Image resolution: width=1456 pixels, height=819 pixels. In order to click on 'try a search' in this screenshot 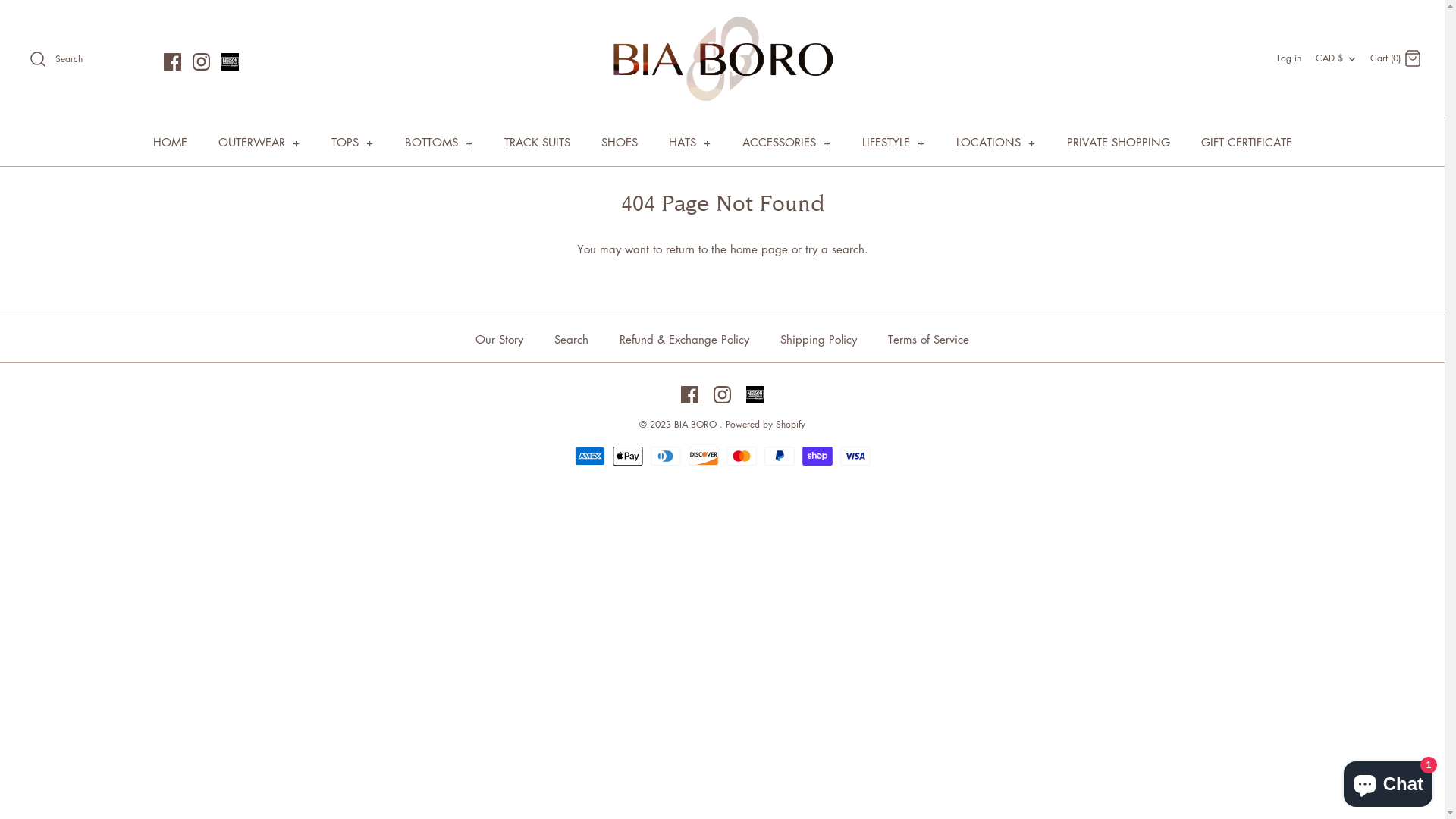, I will do `click(833, 247)`.